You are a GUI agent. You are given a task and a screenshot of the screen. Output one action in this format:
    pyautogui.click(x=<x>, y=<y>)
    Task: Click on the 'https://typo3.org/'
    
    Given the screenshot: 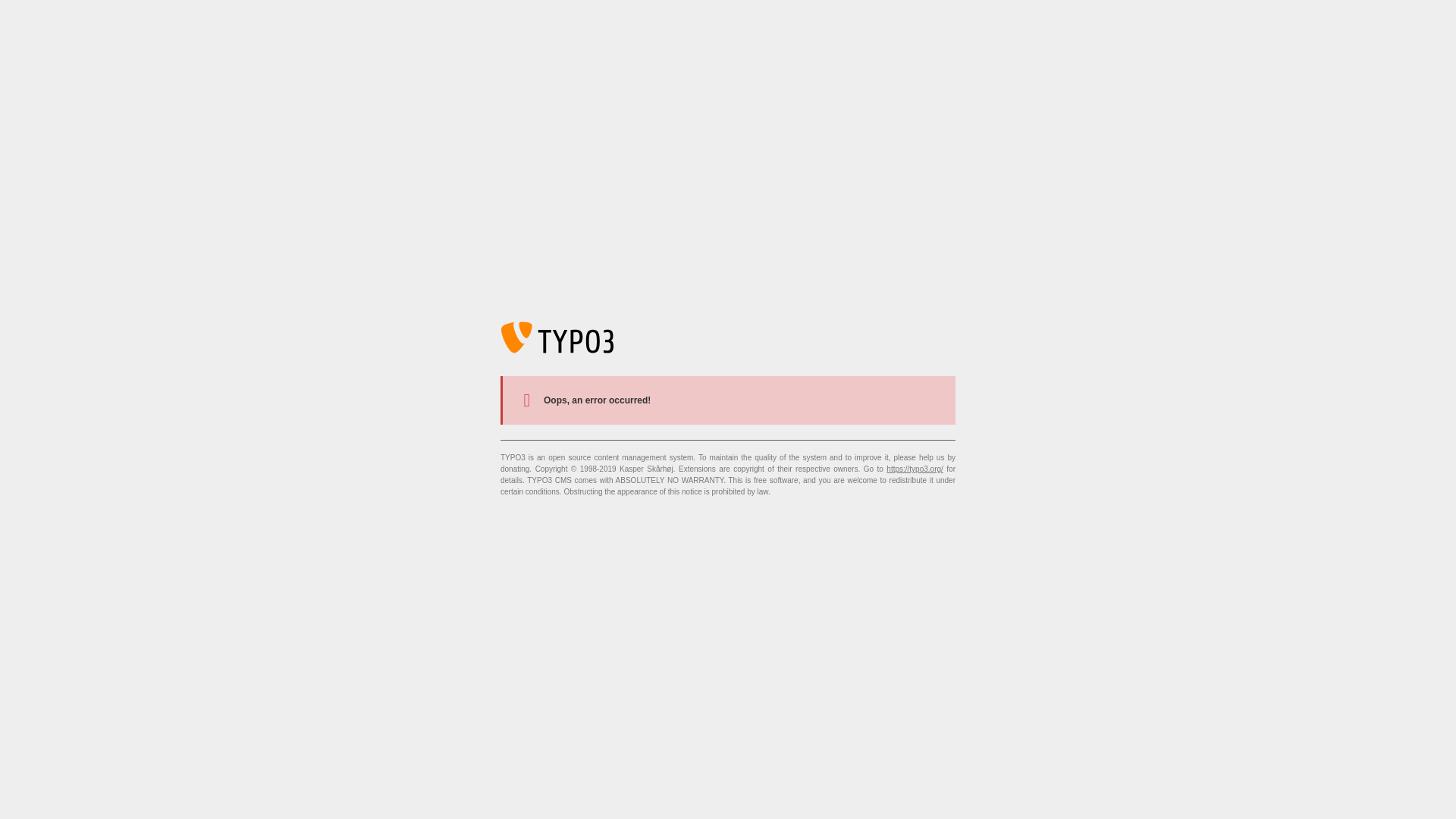 What is the action you would take?
    pyautogui.click(x=914, y=468)
    